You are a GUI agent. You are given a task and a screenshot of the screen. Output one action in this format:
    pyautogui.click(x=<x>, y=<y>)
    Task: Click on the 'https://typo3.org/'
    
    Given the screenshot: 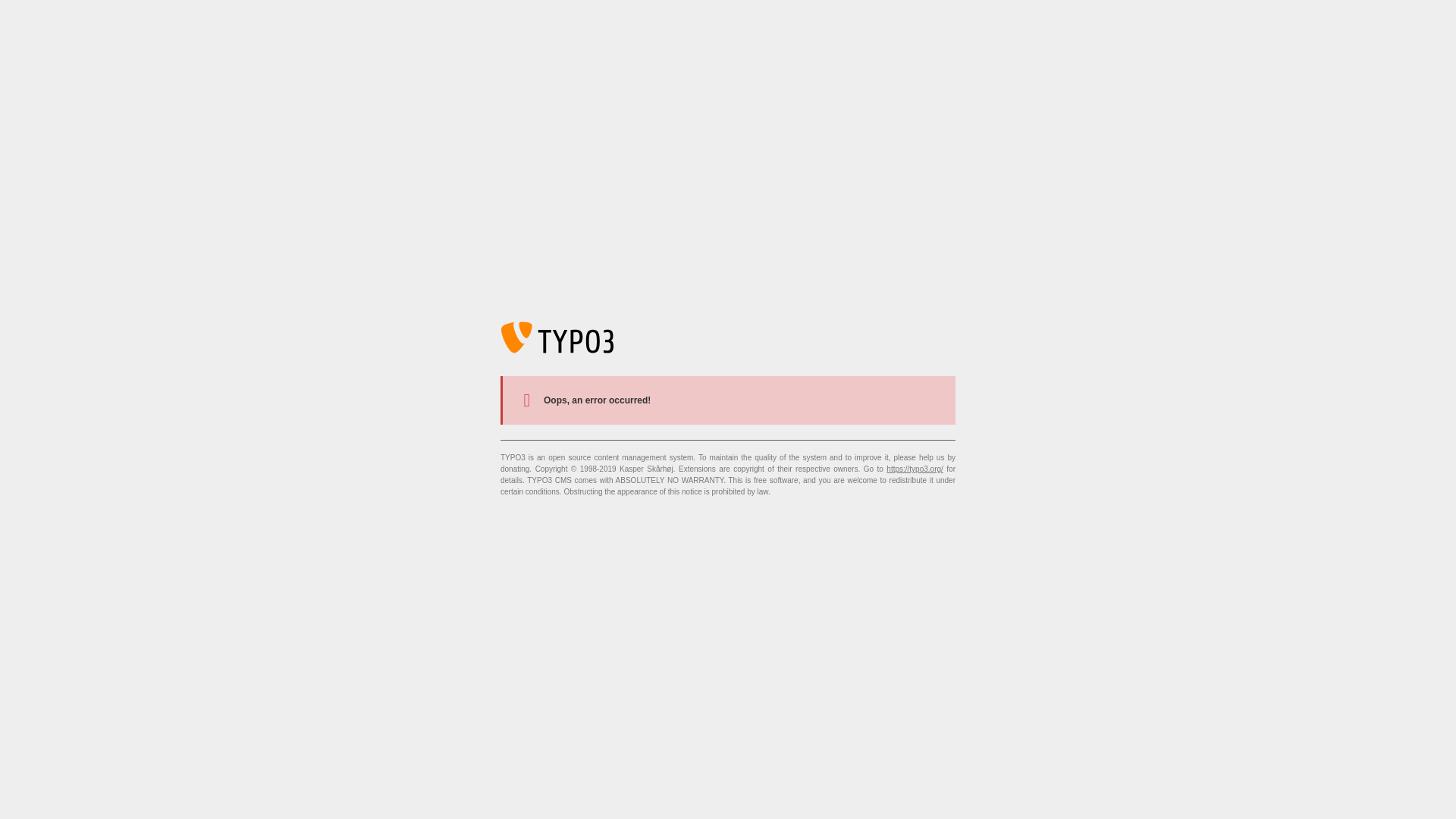 What is the action you would take?
    pyautogui.click(x=914, y=468)
    